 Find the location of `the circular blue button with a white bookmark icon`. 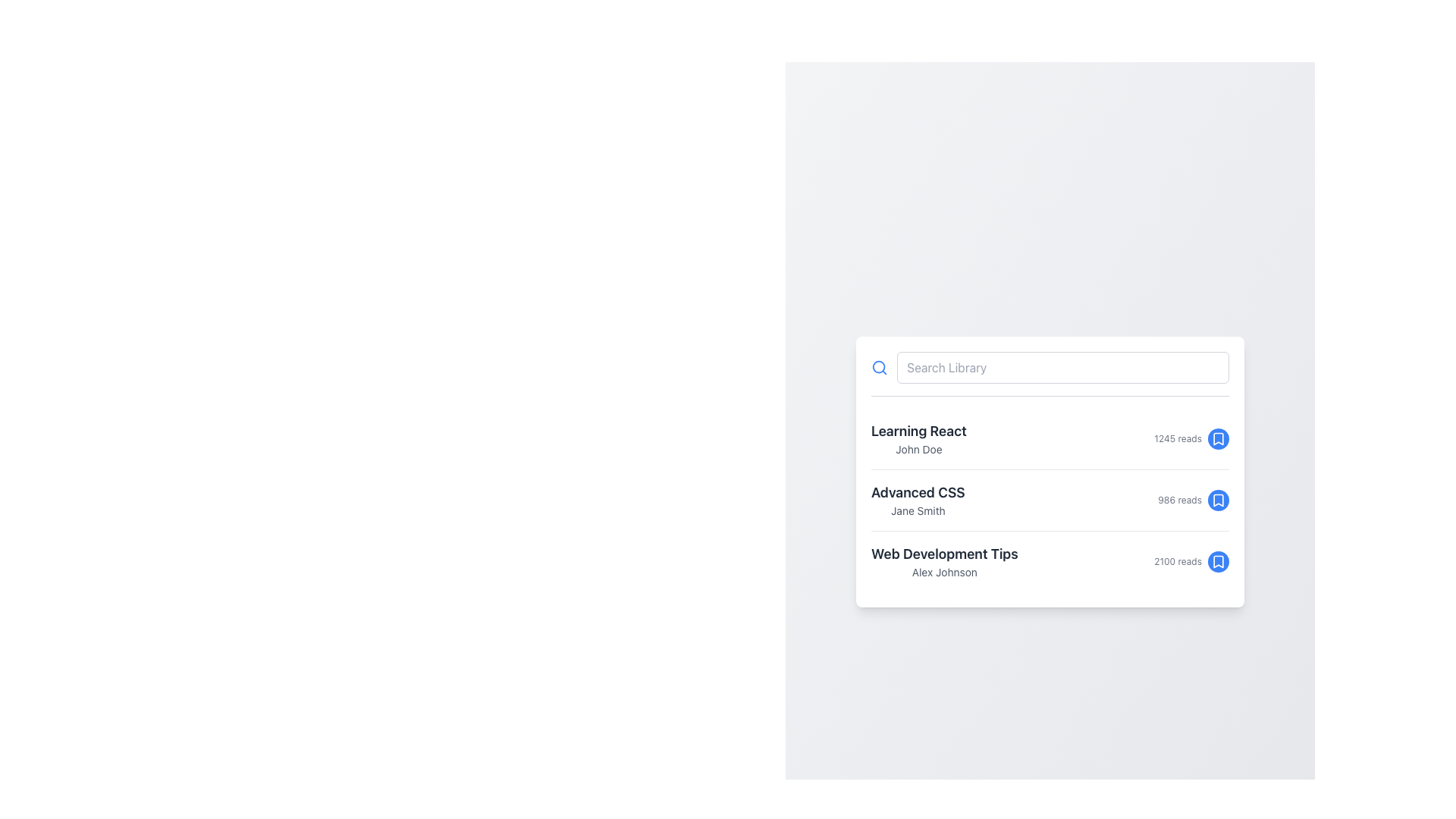

the circular blue button with a white bookmark icon is located at coordinates (1219, 438).